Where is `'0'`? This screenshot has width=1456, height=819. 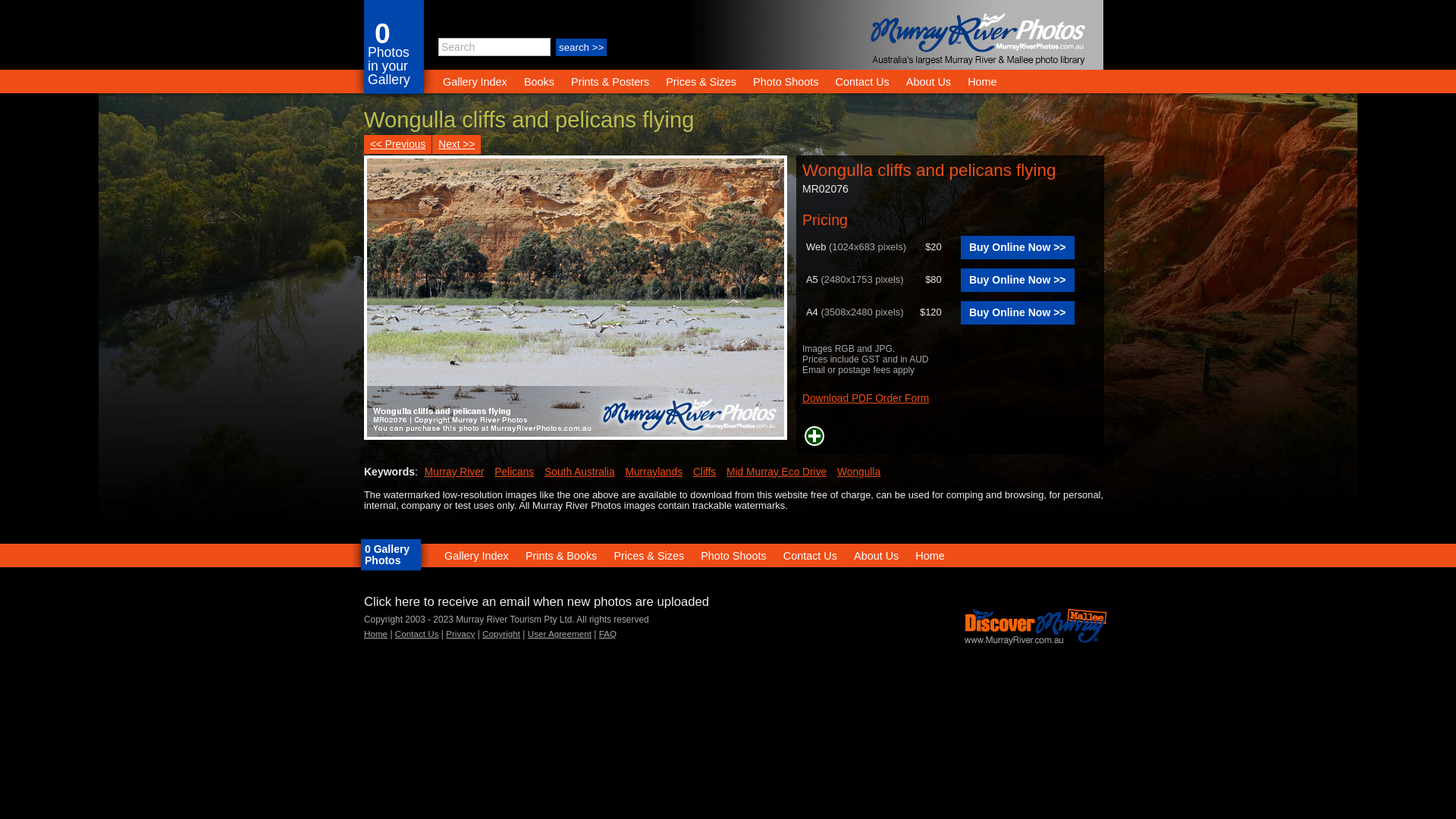 '0' is located at coordinates (382, 33).